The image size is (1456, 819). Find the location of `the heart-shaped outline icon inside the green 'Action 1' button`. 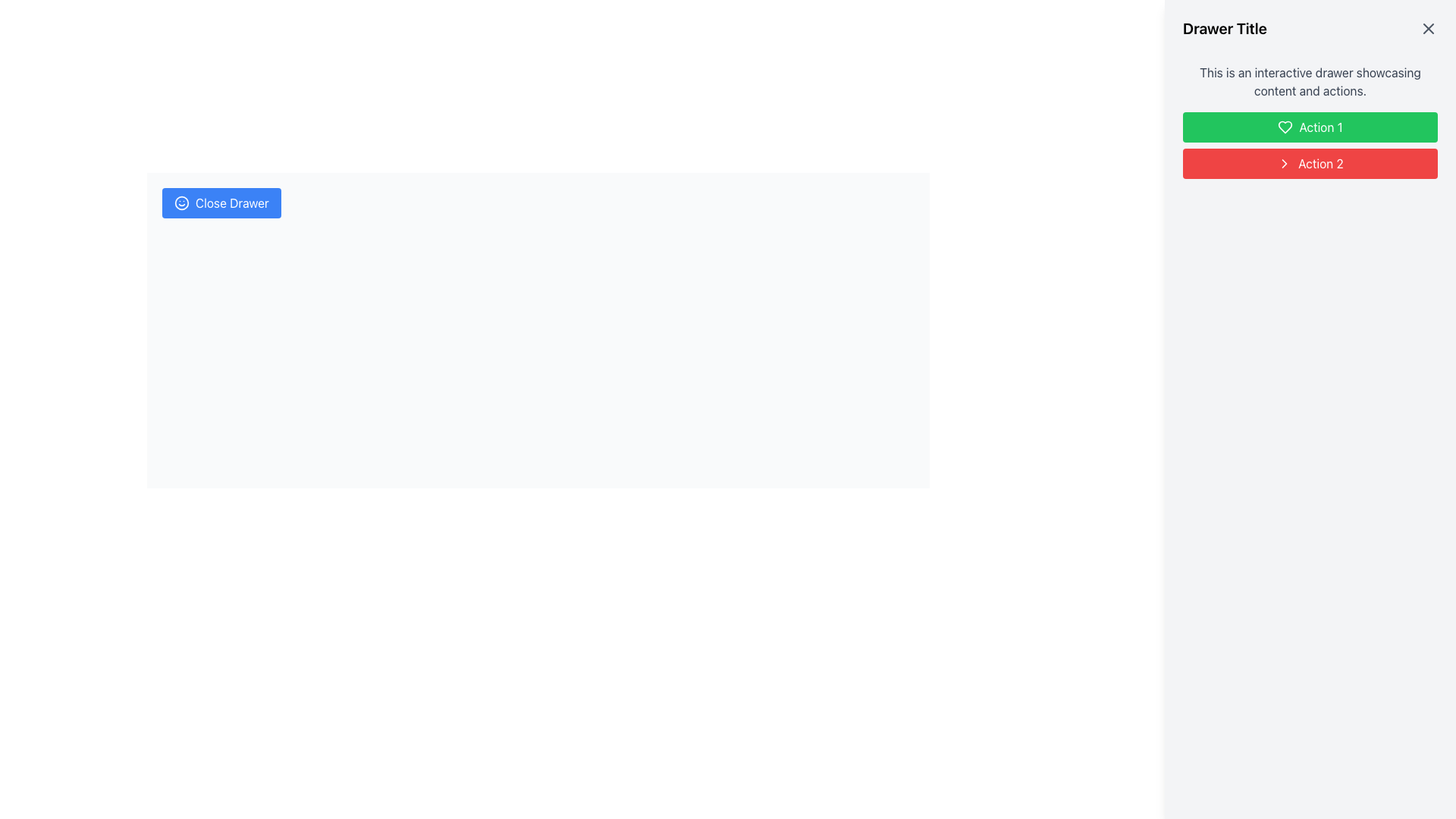

the heart-shaped outline icon inside the green 'Action 1' button is located at coordinates (1285, 127).